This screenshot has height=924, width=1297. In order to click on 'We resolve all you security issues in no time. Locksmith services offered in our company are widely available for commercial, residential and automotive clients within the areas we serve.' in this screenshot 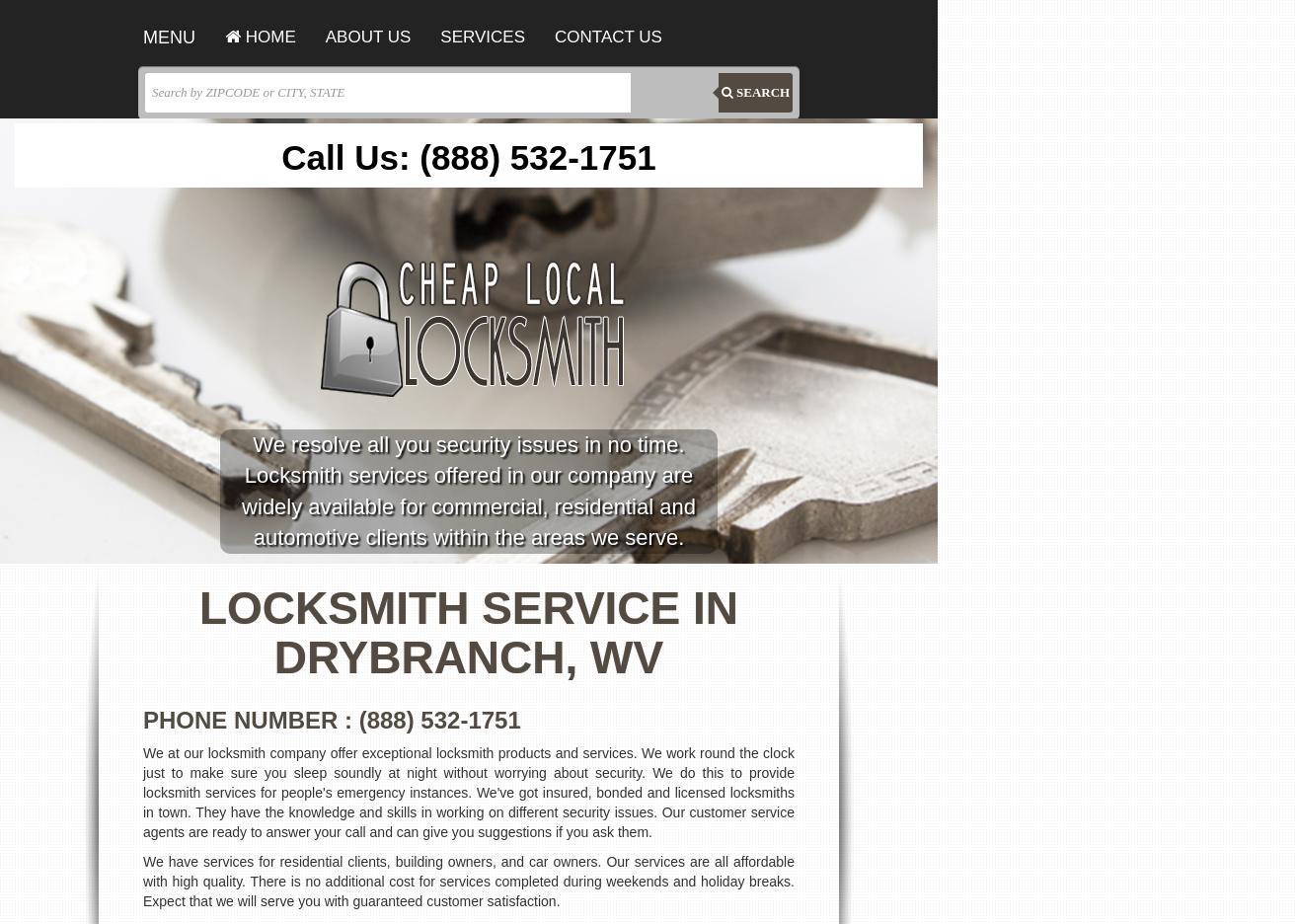, I will do `click(467, 490)`.